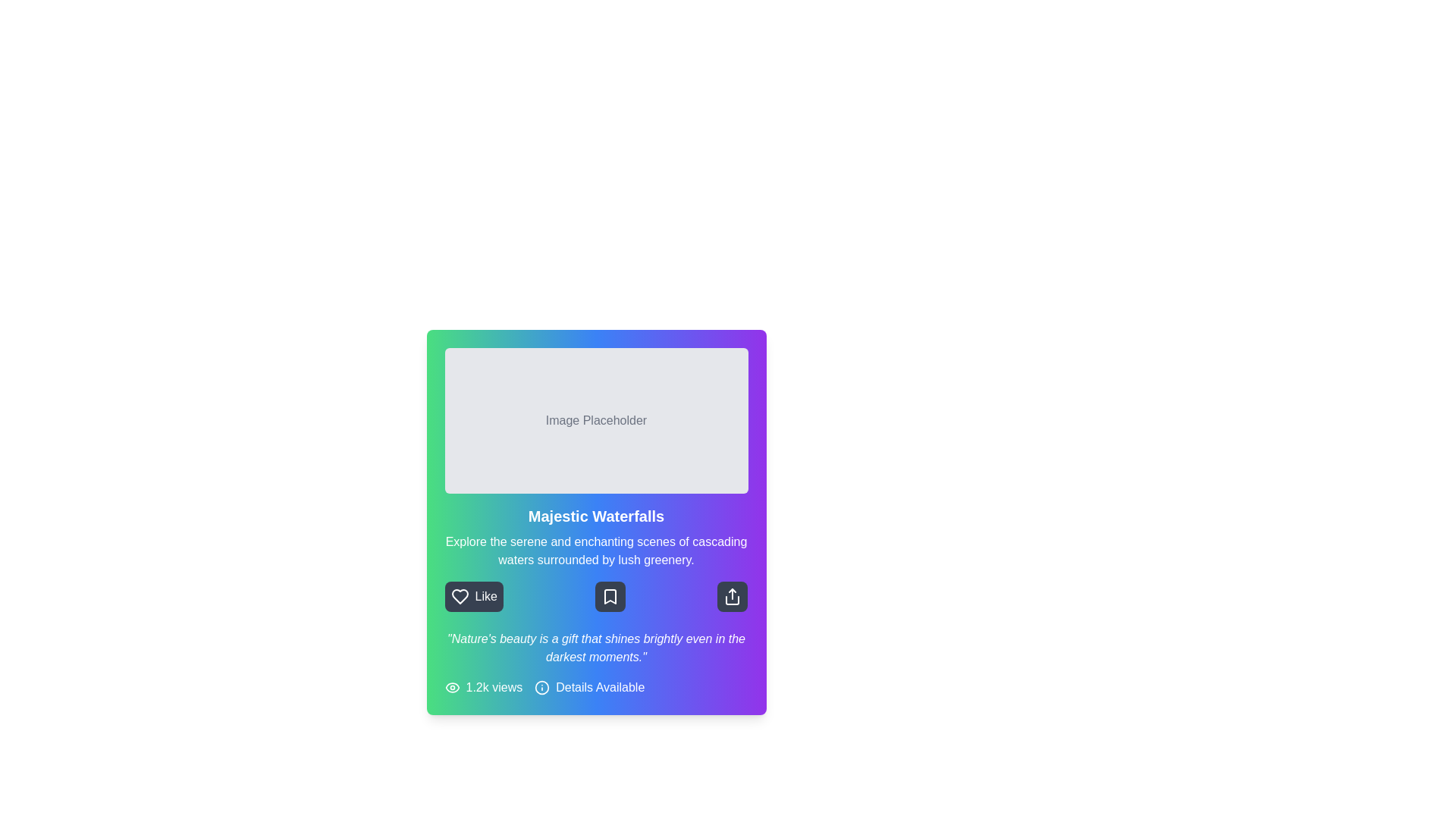 Image resolution: width=1456 pixels, height=819 pixels. Describe the element at coordinates (610, 595) in the screenshot. I see `the button that allows the user to mark or bookmark content, located in the footer section as the second button from the left in a group of three interactive buttons` at that location.